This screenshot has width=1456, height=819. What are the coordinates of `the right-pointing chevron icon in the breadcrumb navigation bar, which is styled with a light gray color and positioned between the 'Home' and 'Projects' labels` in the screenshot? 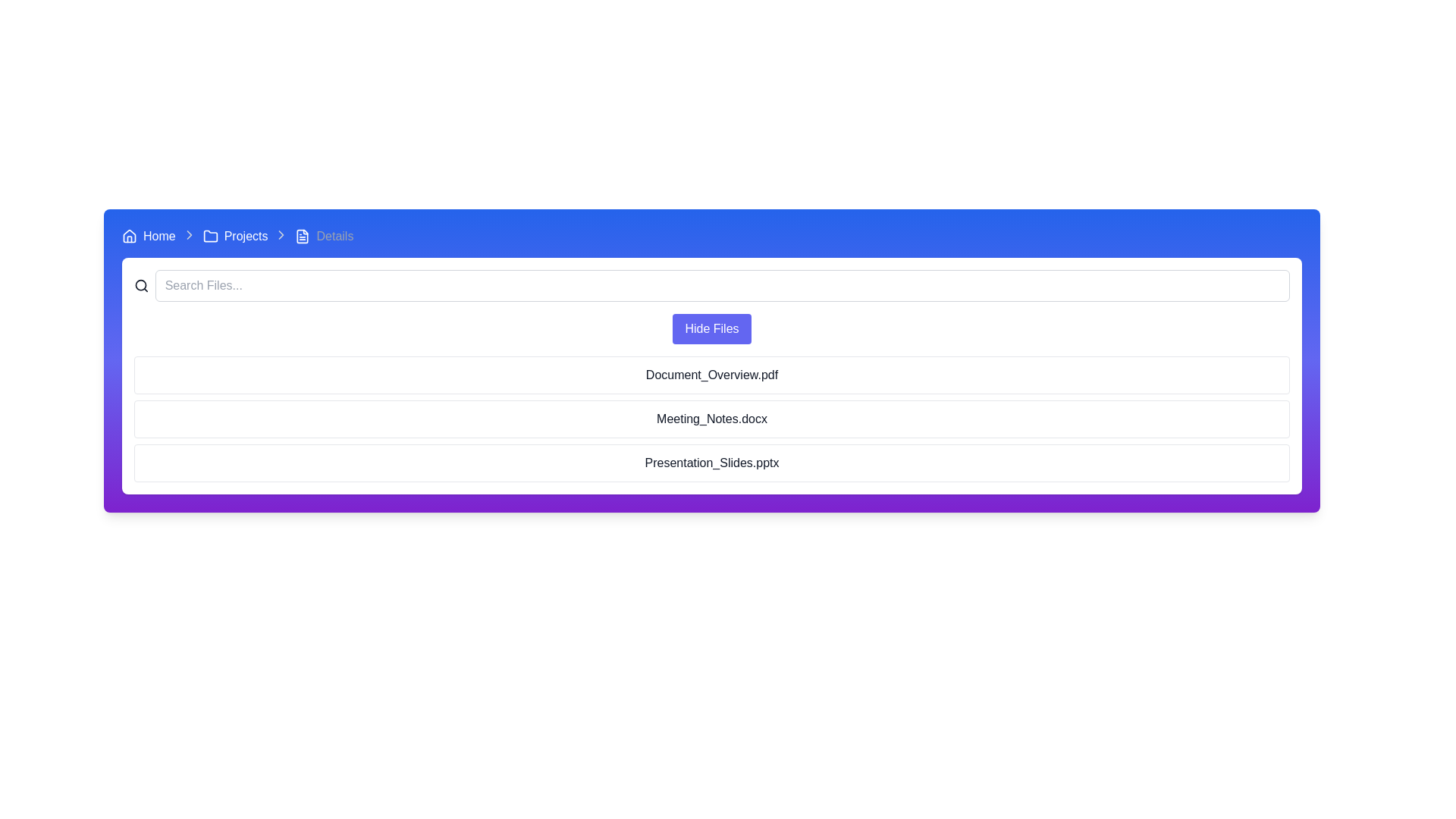 It's located at (188, 234).